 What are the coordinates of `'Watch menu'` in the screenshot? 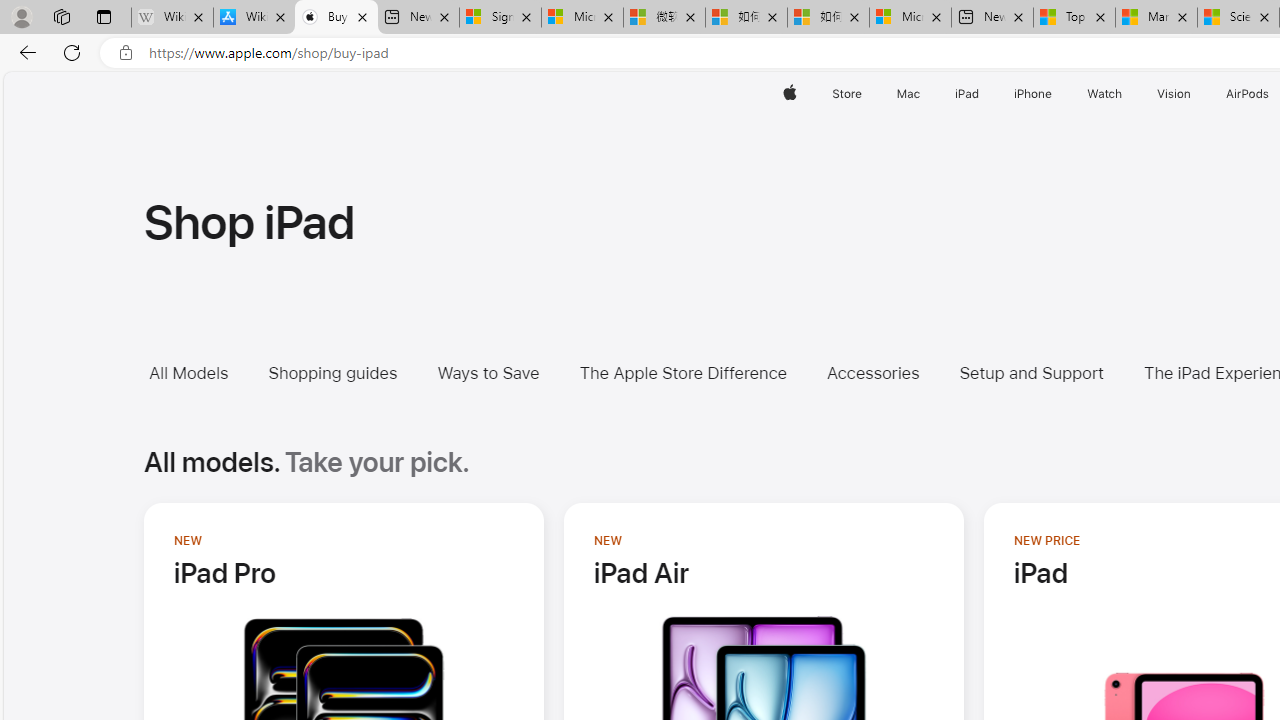 It's located at (1126, 93).